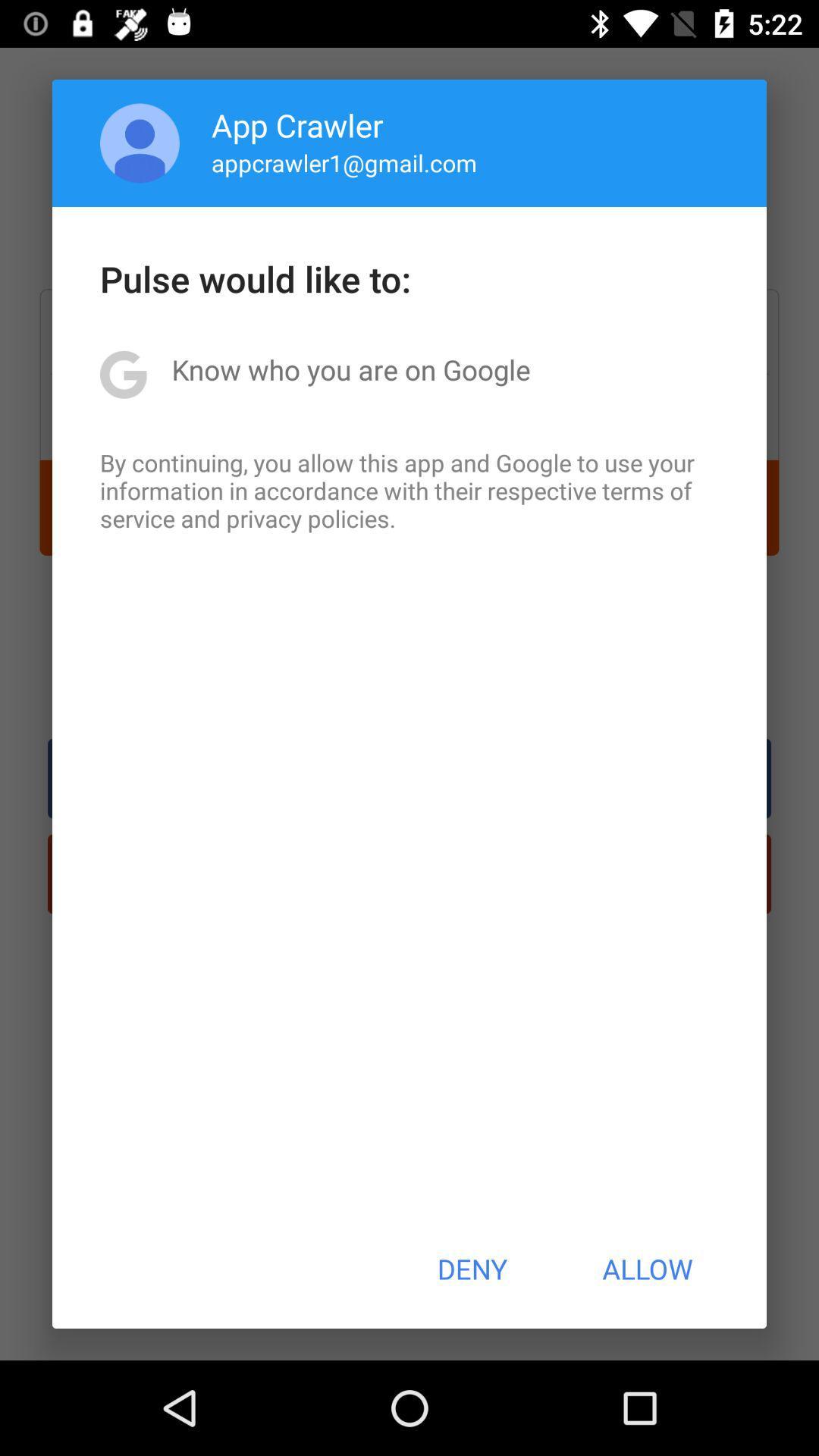  What do you see at coordinates (471, 1269) in the screenshot?
I see `the deny icon` at bounding box center [471, 1269].